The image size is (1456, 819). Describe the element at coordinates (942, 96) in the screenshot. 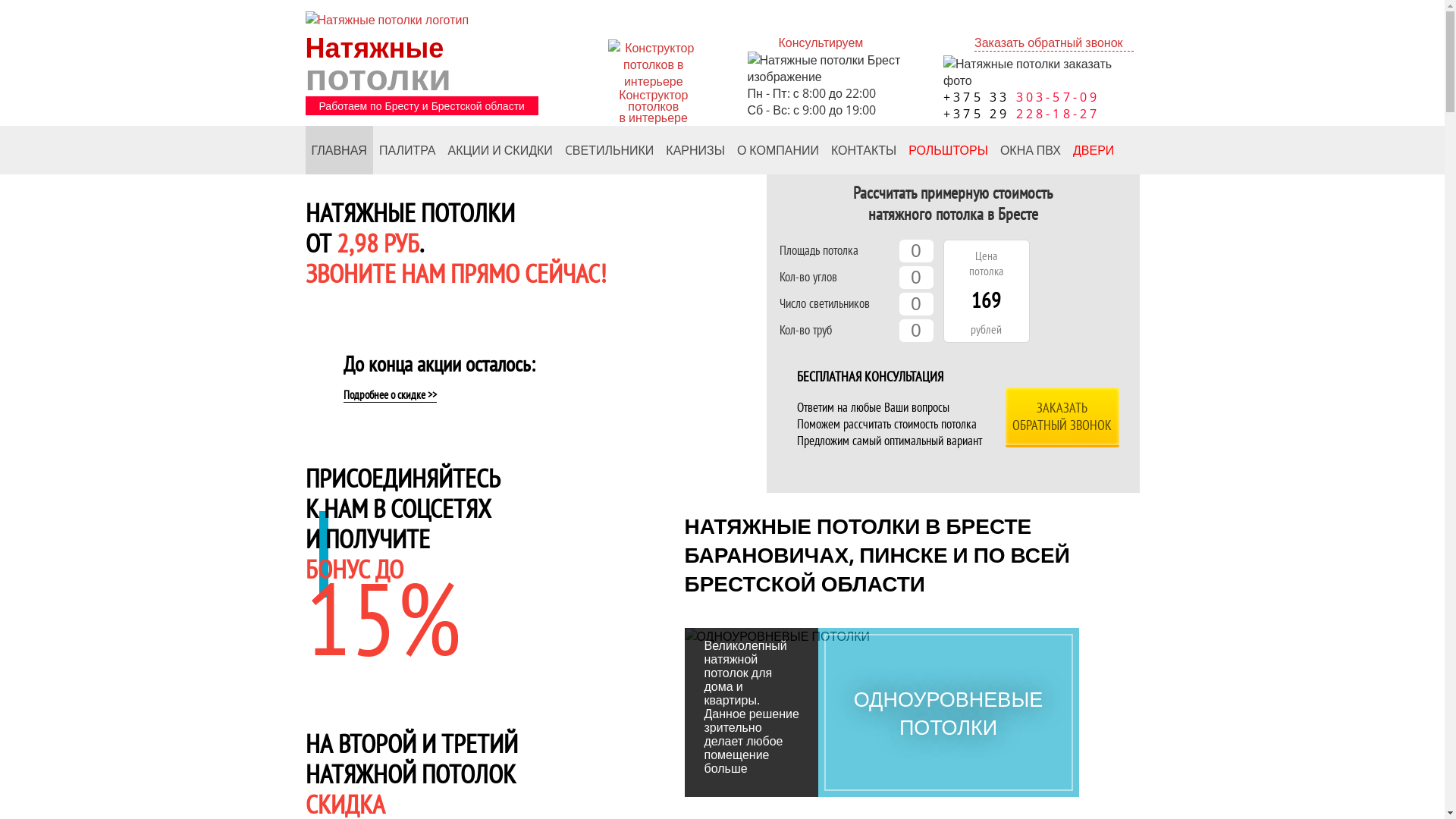

I see `'+375 33 303-57-09'` at that location.